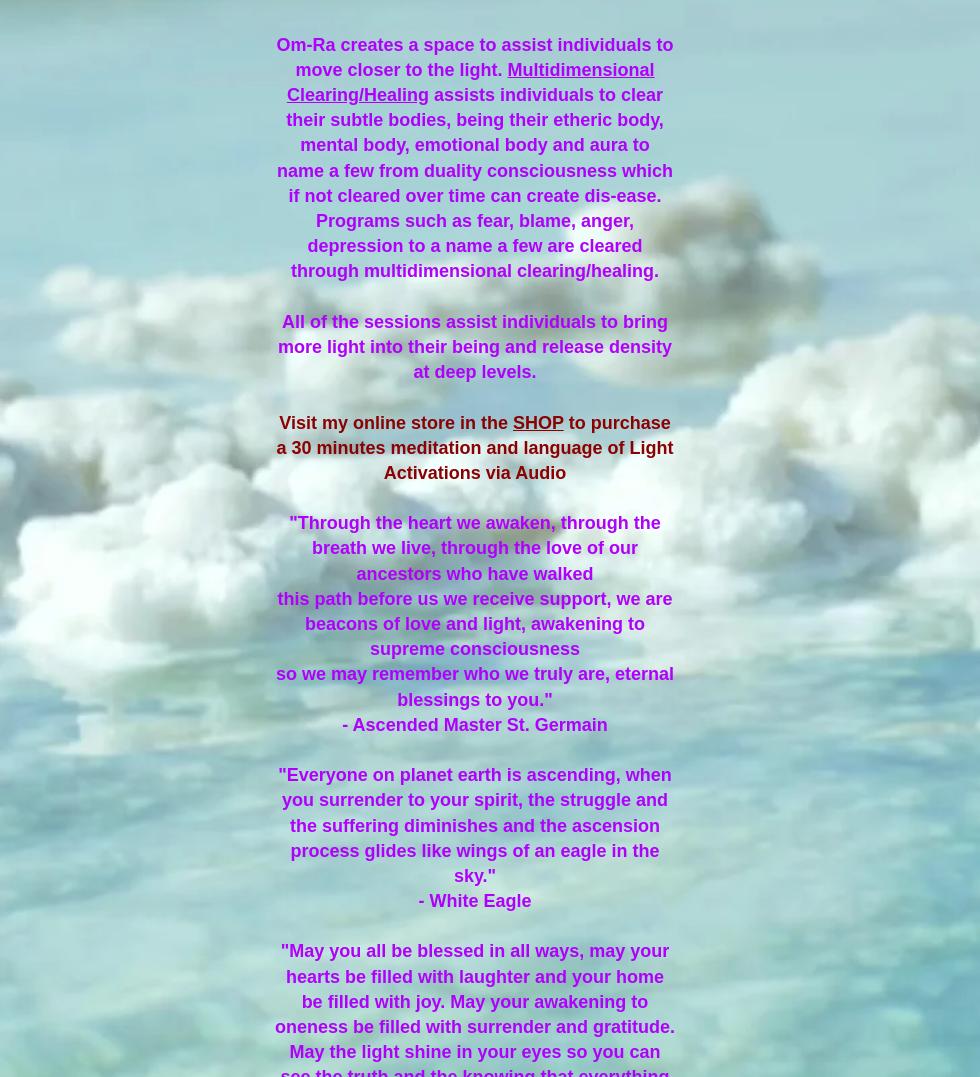  What do you see at coordinates (474, 220) in the screenshot?
I see `'name a few from duality consciousness which if not cleared over time can create dis-ease. Programs such as fear, blame, anger, depression to a name a few are cleared through multidimensional clearing/healing.'` at bounding box center [474, 220].